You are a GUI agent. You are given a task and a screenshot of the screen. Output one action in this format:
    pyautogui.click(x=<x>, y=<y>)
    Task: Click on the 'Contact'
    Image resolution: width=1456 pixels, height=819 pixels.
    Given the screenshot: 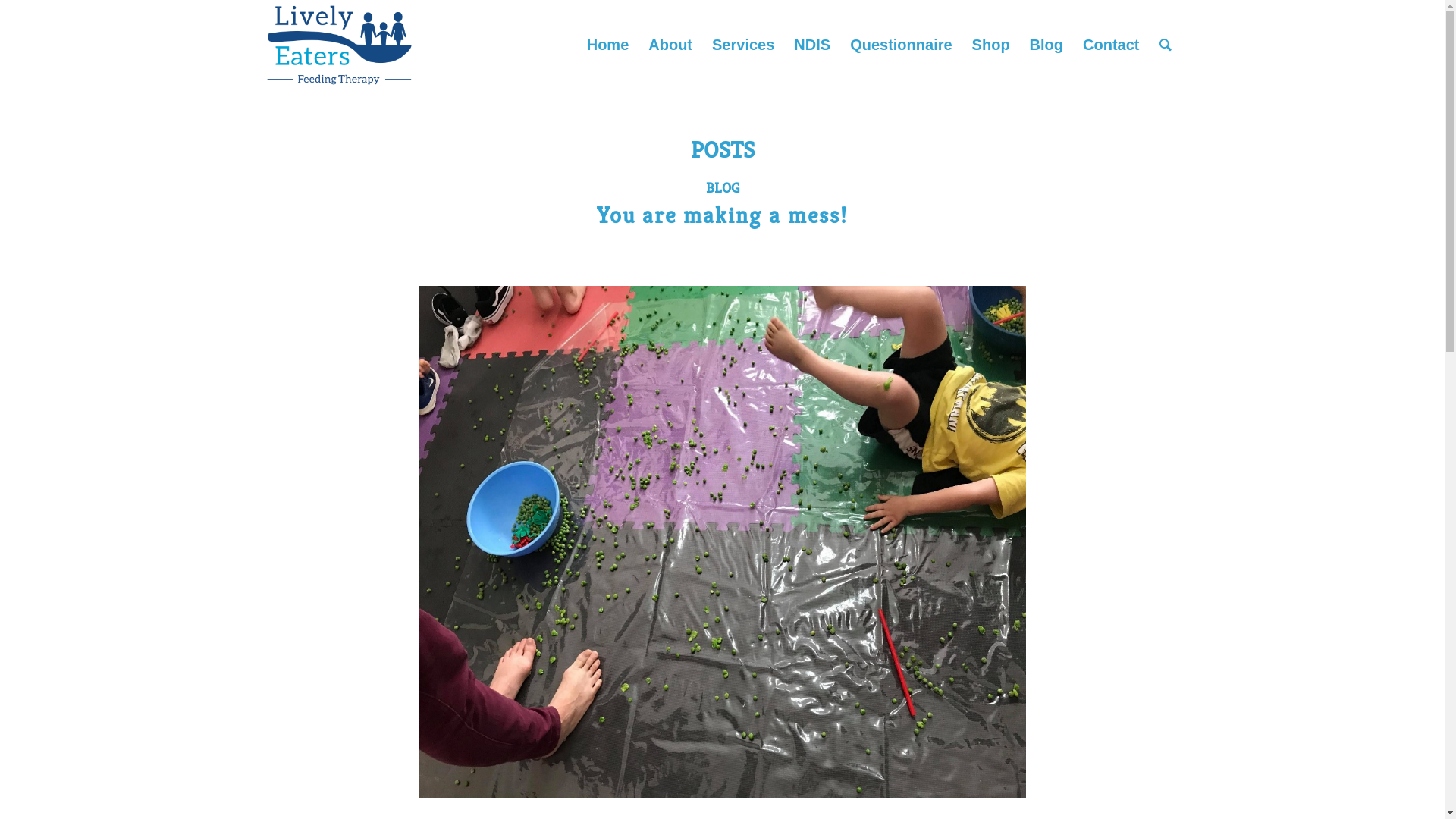 What is the action you would take?
    pyautogui.click(x=1110, y=43)
    